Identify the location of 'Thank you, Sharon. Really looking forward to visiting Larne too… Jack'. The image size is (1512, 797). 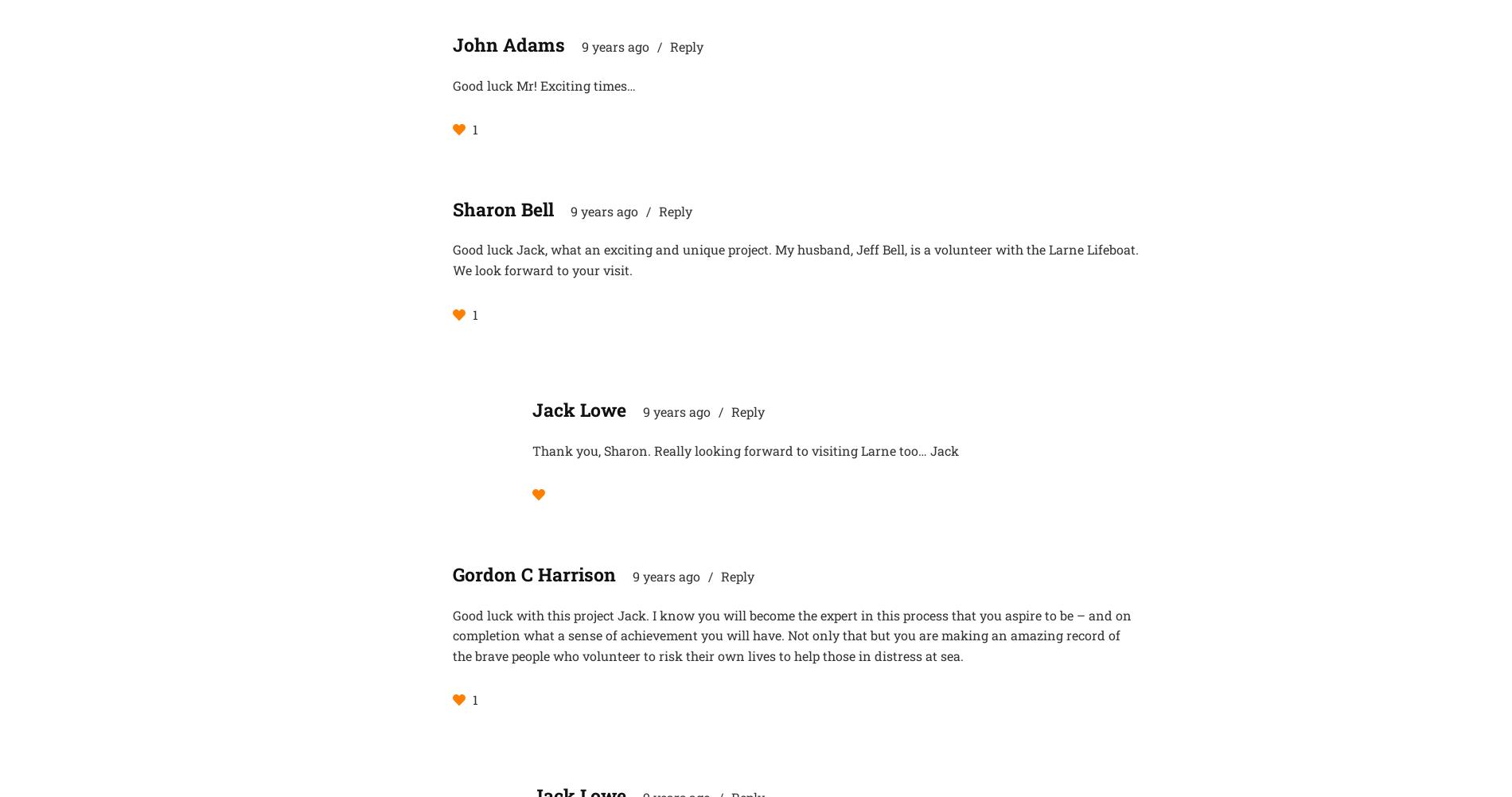
(745, 449).